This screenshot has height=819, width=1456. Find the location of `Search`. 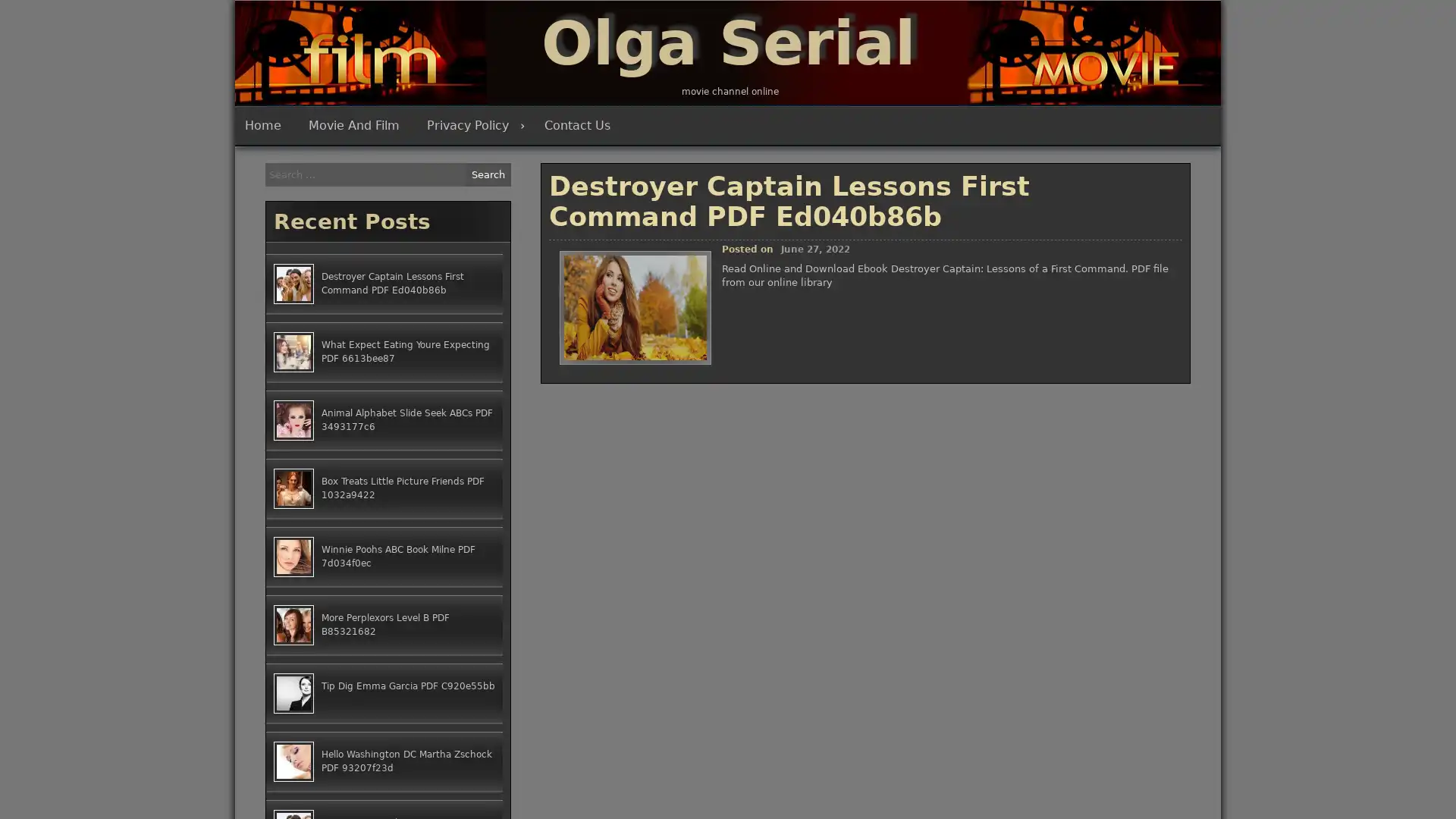

Search is located at coordinates (488, 174).